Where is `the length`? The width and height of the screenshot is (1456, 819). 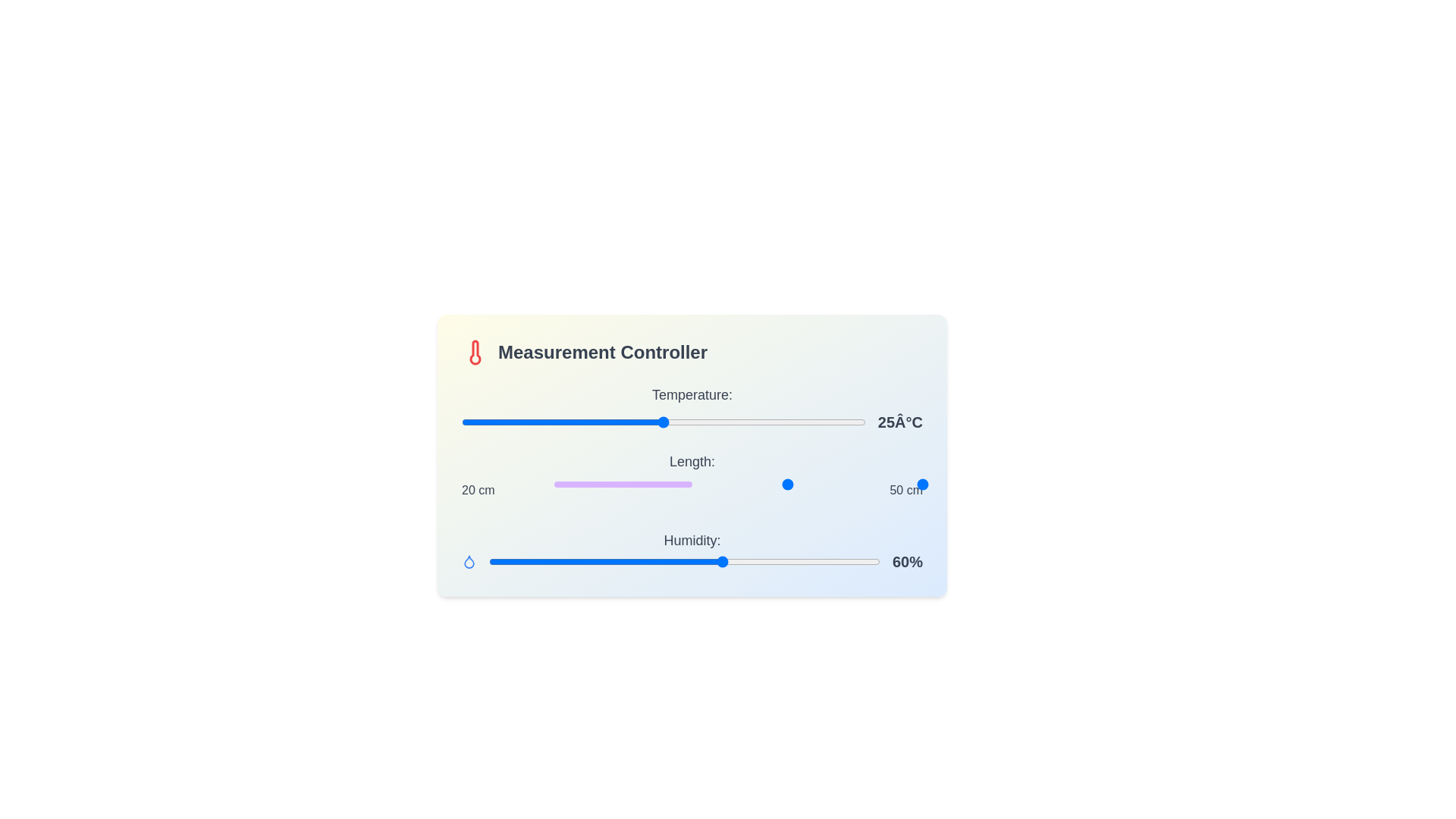 the length is located at coordinates (861, 485).